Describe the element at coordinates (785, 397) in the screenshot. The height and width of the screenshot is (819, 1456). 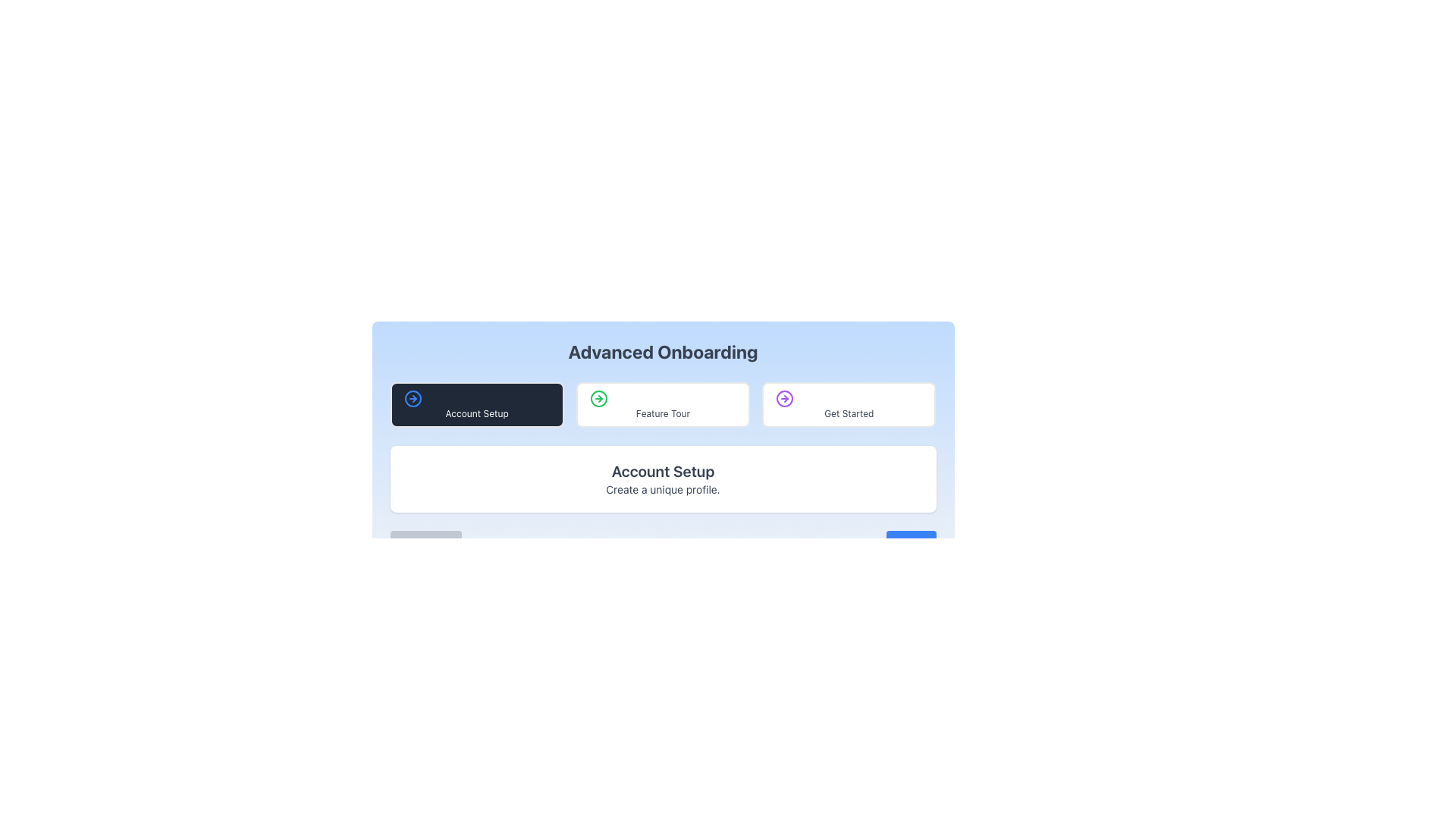
I see `the icon located within the 'Get Started' button, which represents progression and is placed to the left of the button text` at that location.